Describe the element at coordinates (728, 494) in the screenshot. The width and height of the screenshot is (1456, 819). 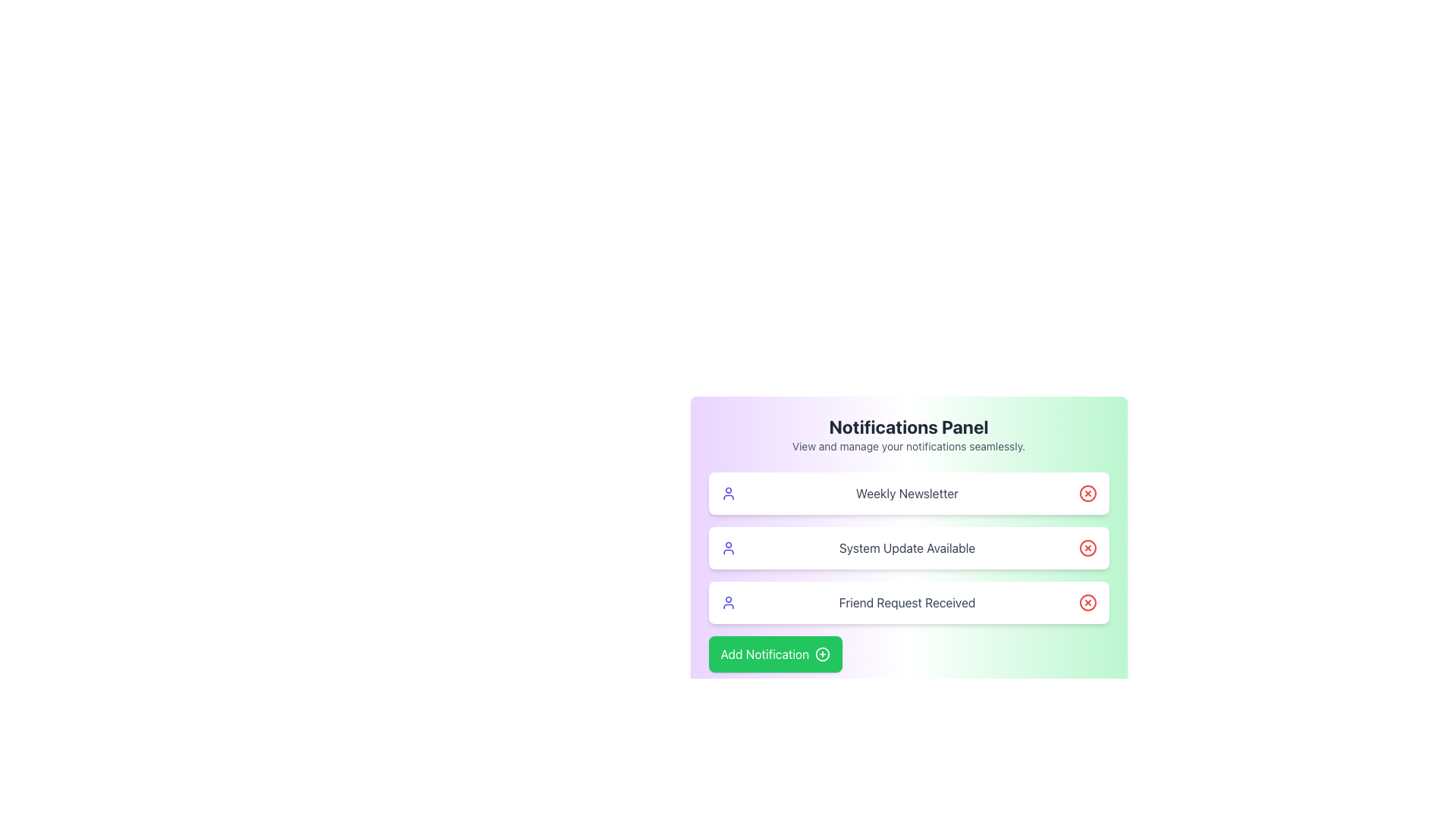
I see `the emblematic icon representing the 'Weekly Newsletter' notification, which is positioned at the left end of its row in the notifications panel` at that location.